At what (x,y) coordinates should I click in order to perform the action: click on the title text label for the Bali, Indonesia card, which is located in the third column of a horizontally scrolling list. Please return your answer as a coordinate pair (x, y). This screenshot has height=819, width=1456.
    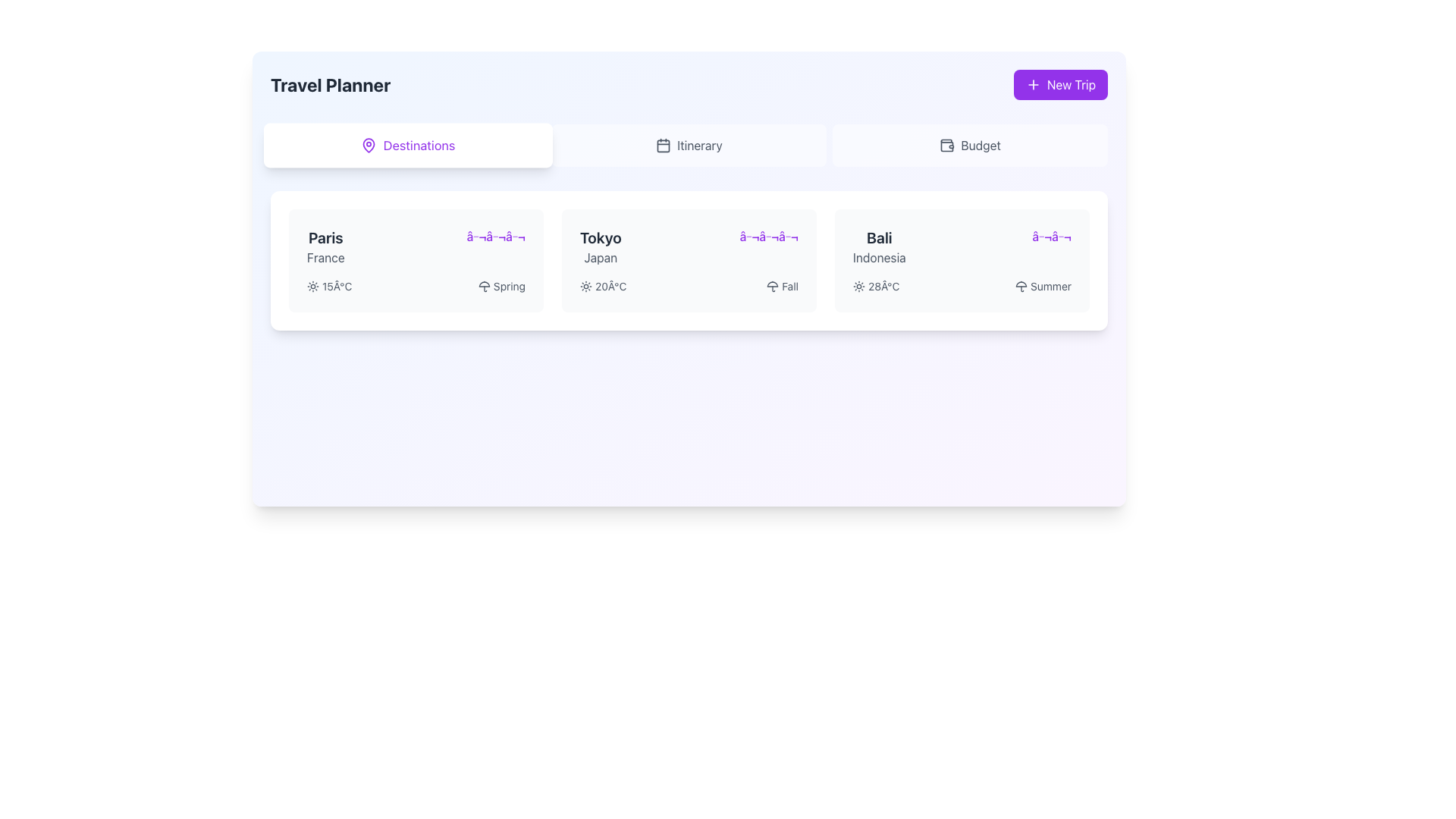
    Looking at the image, I should click on (879, 237).